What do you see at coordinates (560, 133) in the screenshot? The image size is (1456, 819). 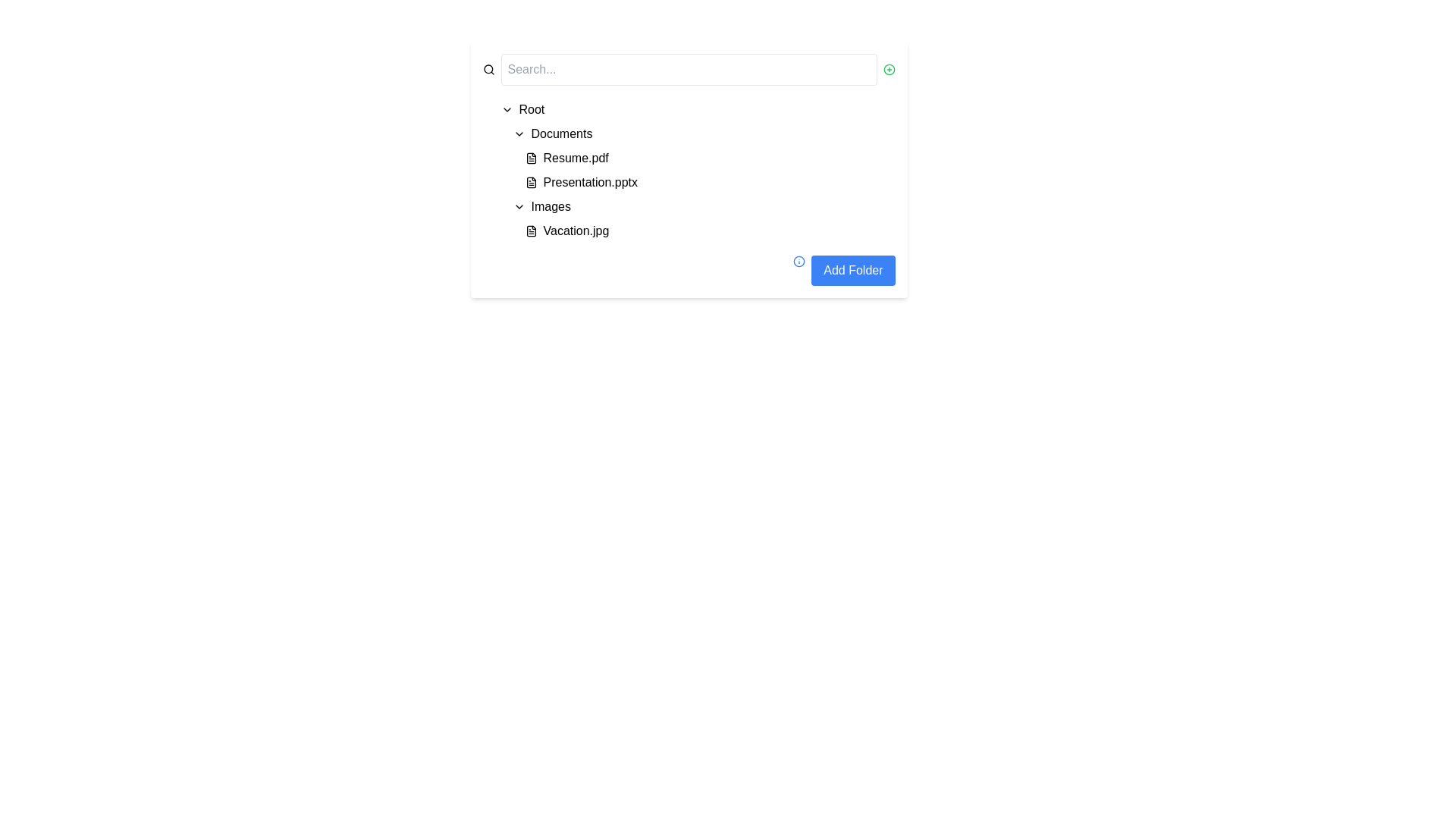 I see `text of the Text label that acts as a label for a collapsible section in the hierarchical list located below 'Root' and above 'Resume.pdf'` at bounding box center [560, 133].